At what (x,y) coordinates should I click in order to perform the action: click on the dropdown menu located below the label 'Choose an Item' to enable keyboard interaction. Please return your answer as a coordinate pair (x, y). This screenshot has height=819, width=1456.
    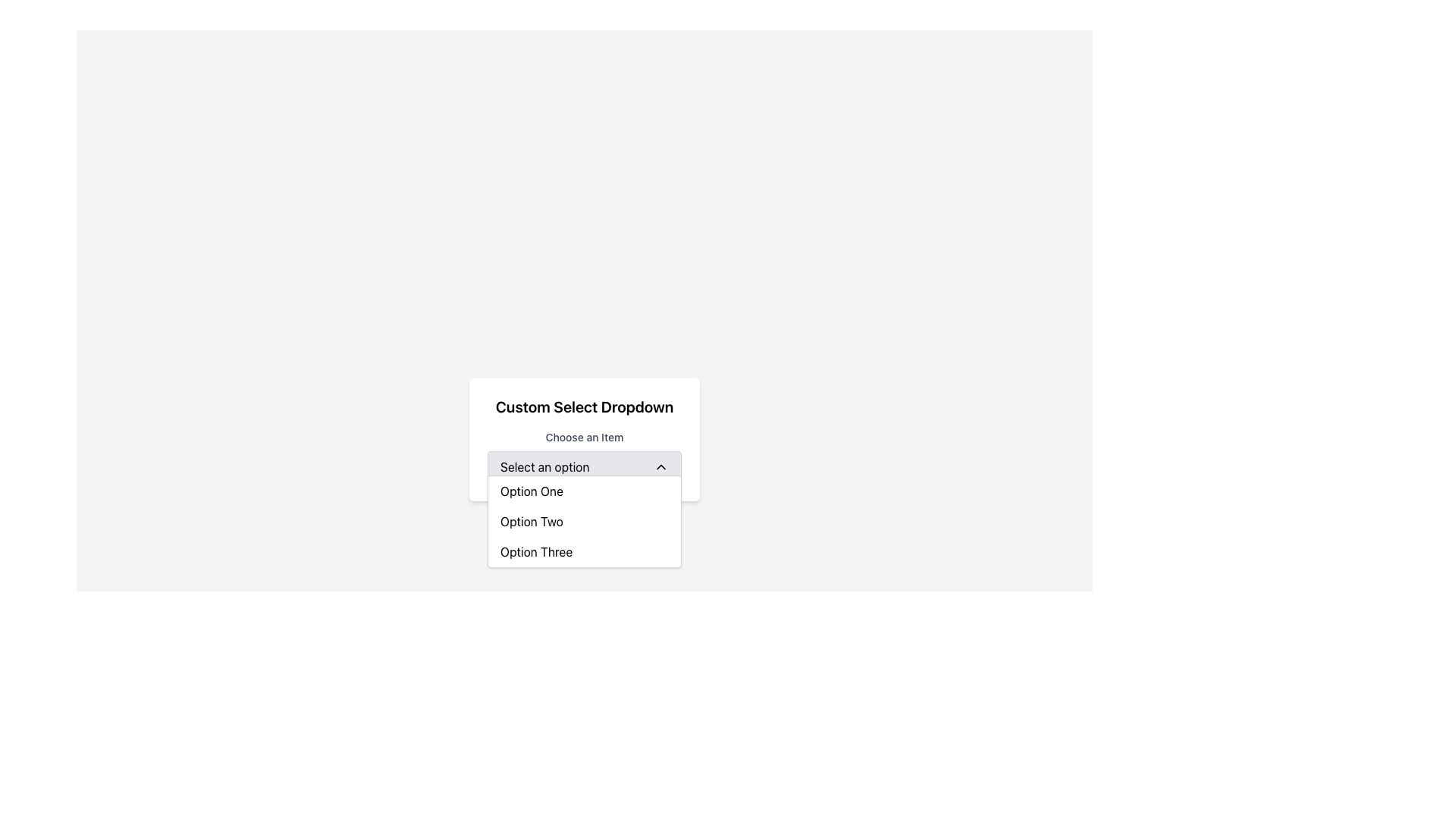
    Looking at the image, I should click on (584, 466).